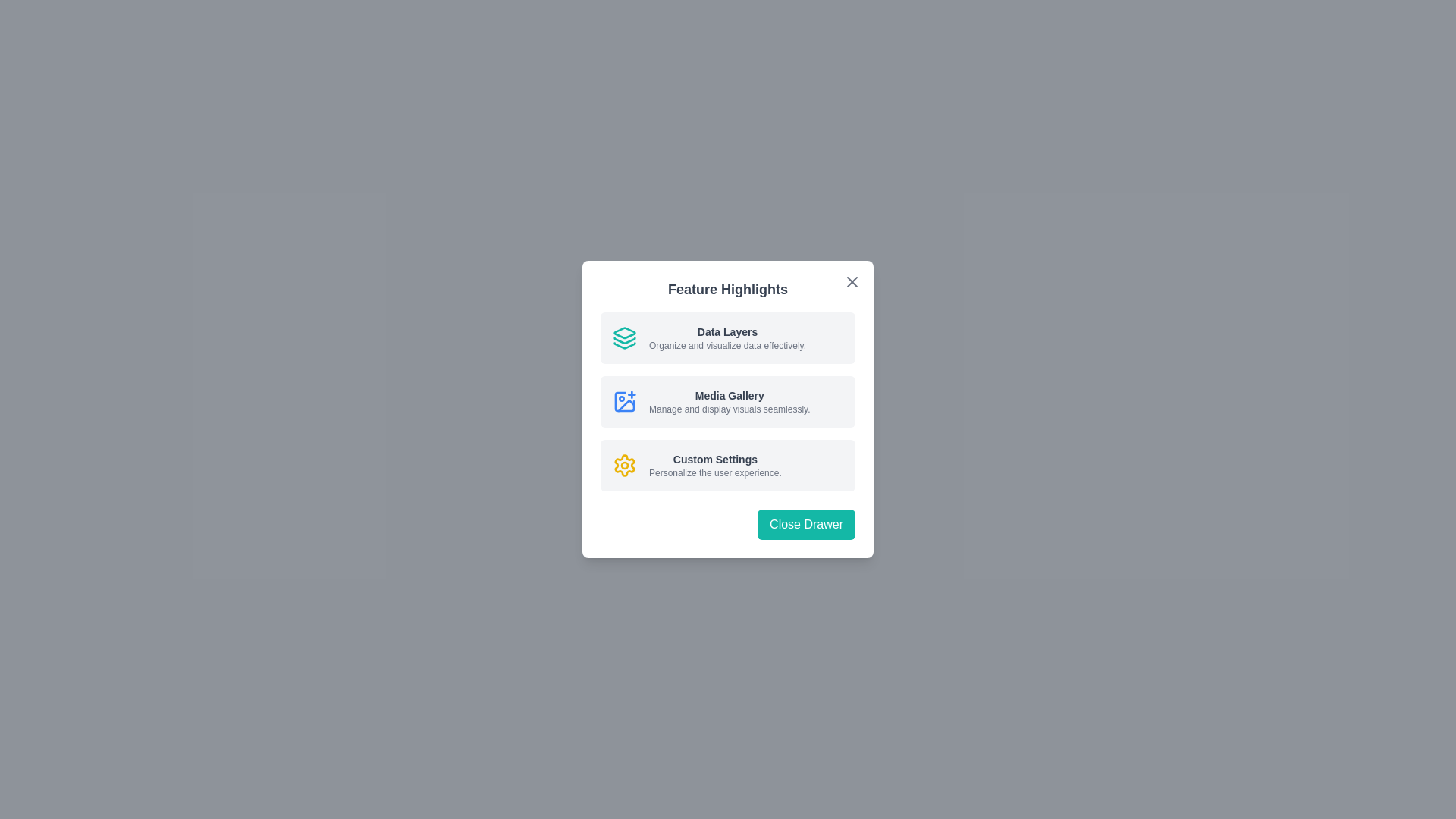  Describe the element at coordinates (726, 331) in the screenshot. I see `the 'Data Layers' text label, which is styled in bold, dark gray, and located above the description text in the feature highlight section` at that location.